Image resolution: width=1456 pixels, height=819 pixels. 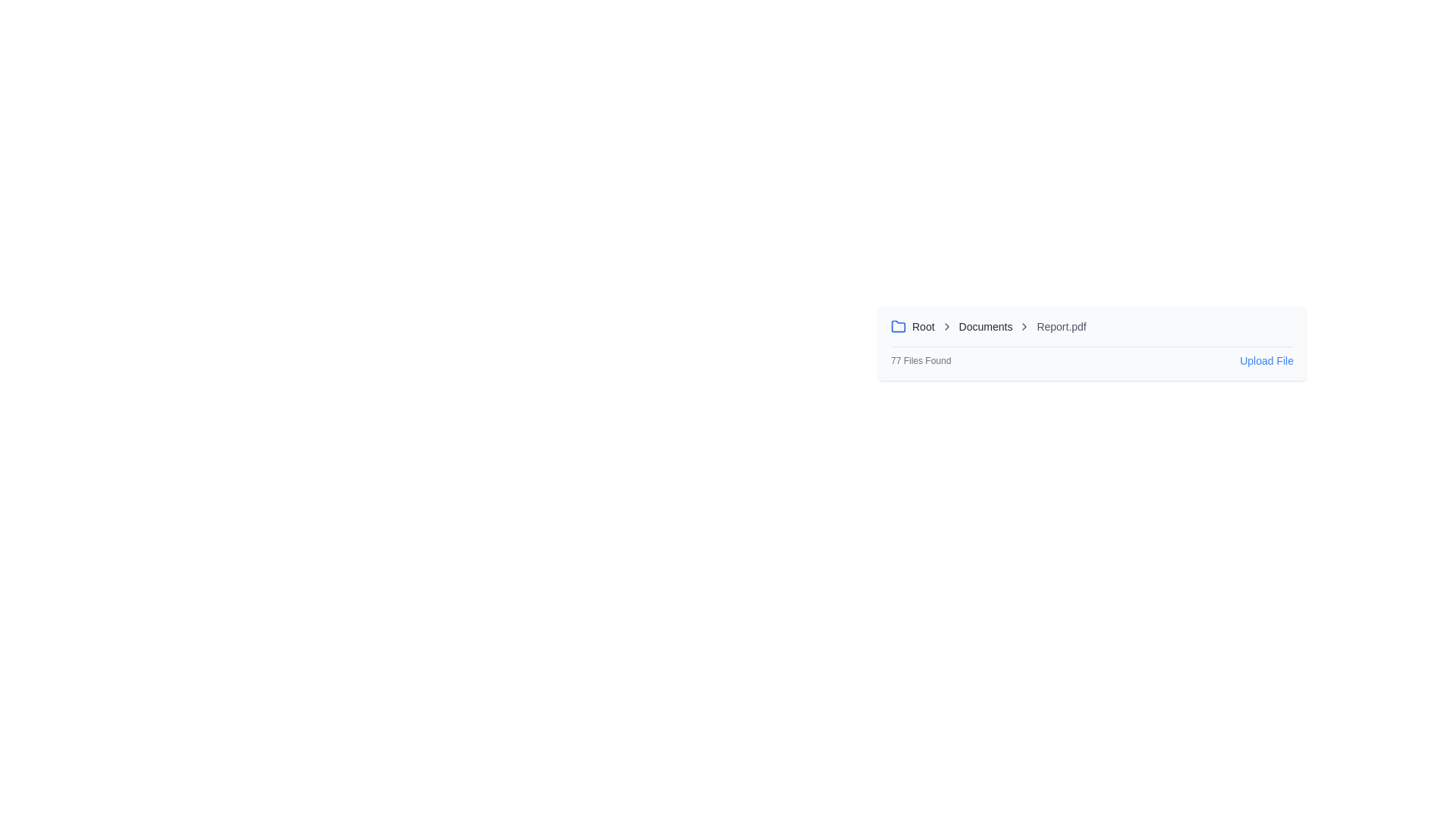 I want to click on the breadcrumb navigation, so click(x=1092, y=326).